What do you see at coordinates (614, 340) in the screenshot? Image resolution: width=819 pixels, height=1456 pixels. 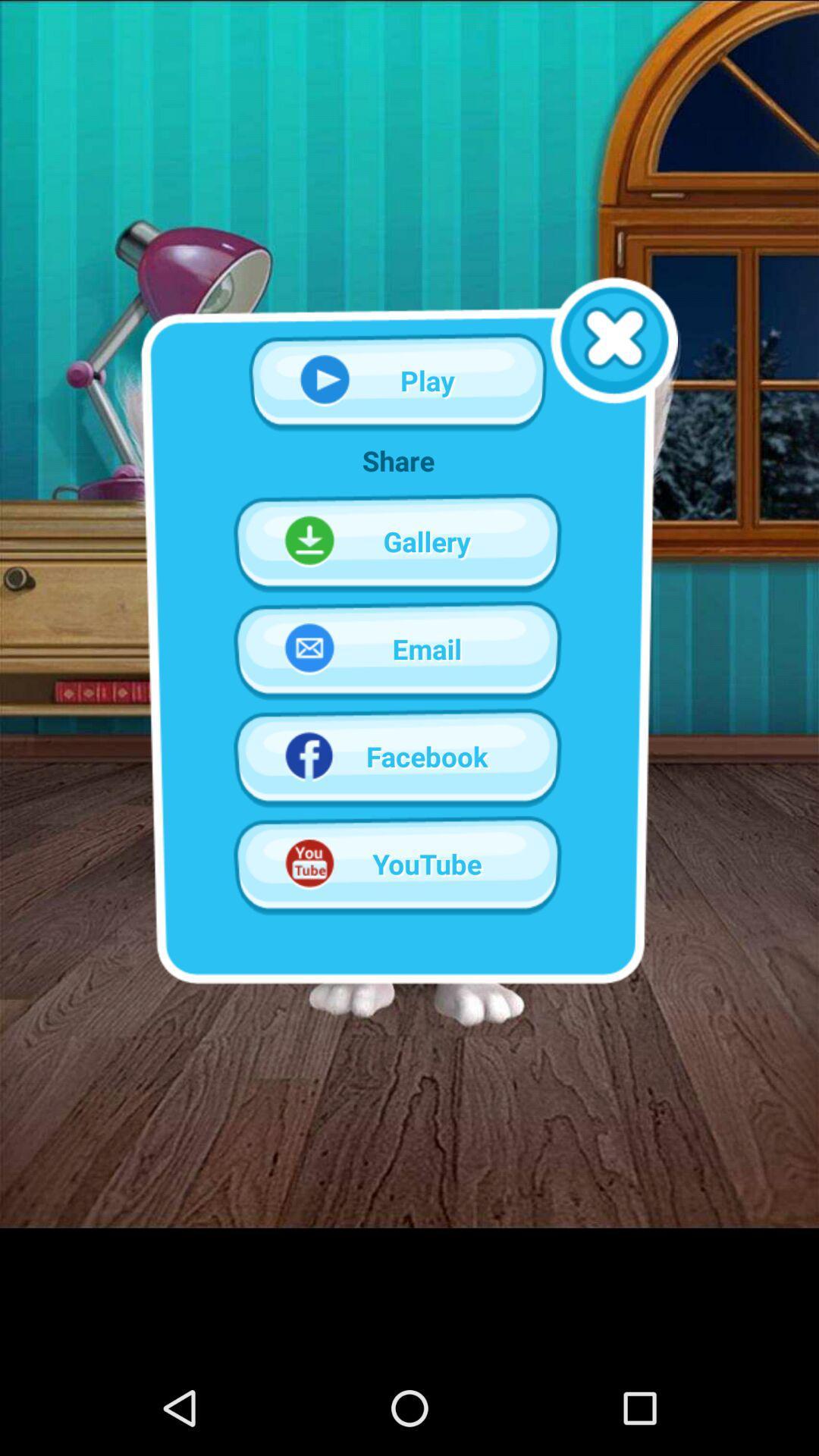 I see `menu` at bounding box center [614, 340].